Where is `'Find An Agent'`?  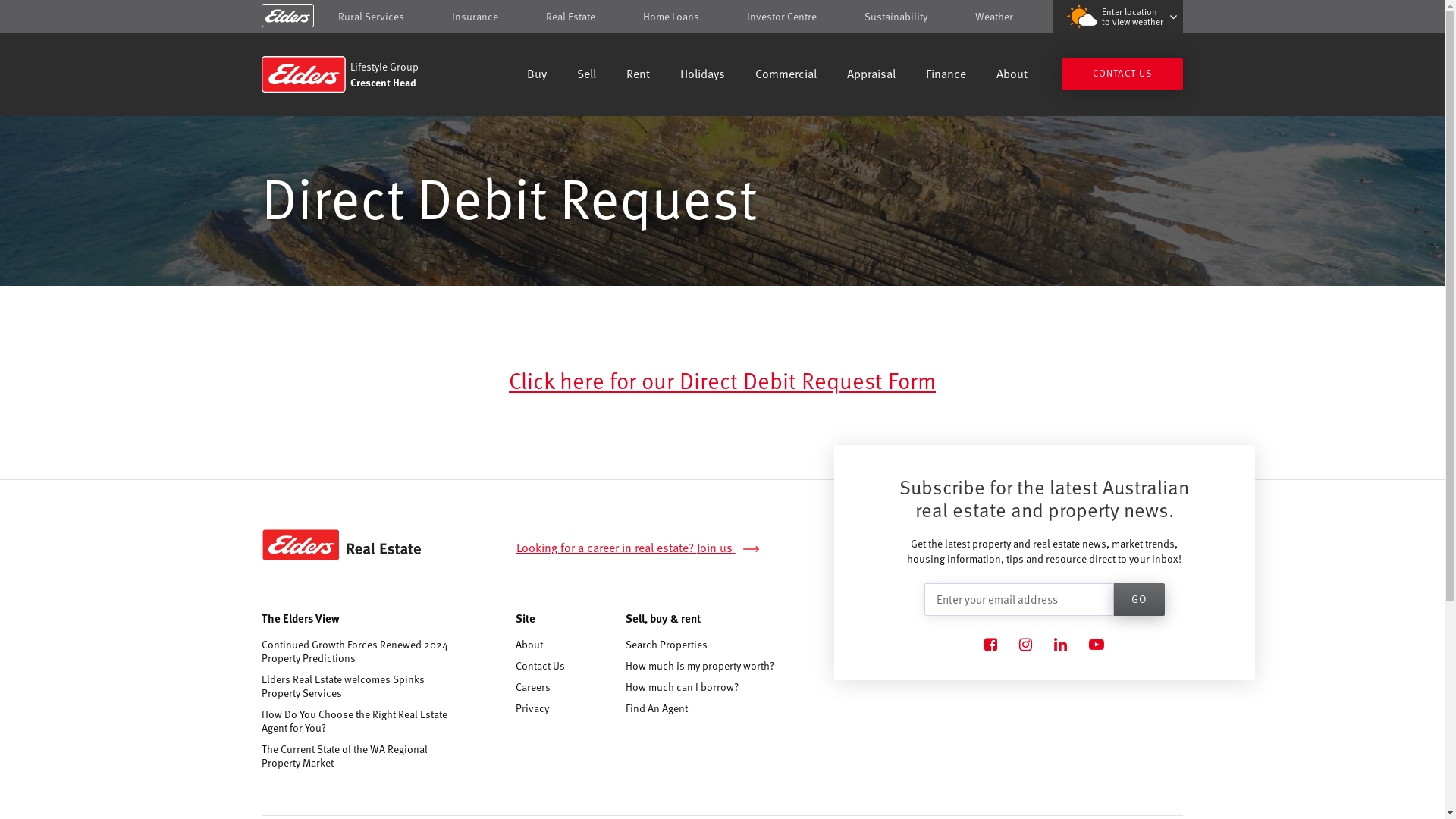
'Find An Agent' is located at coordinates (656, 708).